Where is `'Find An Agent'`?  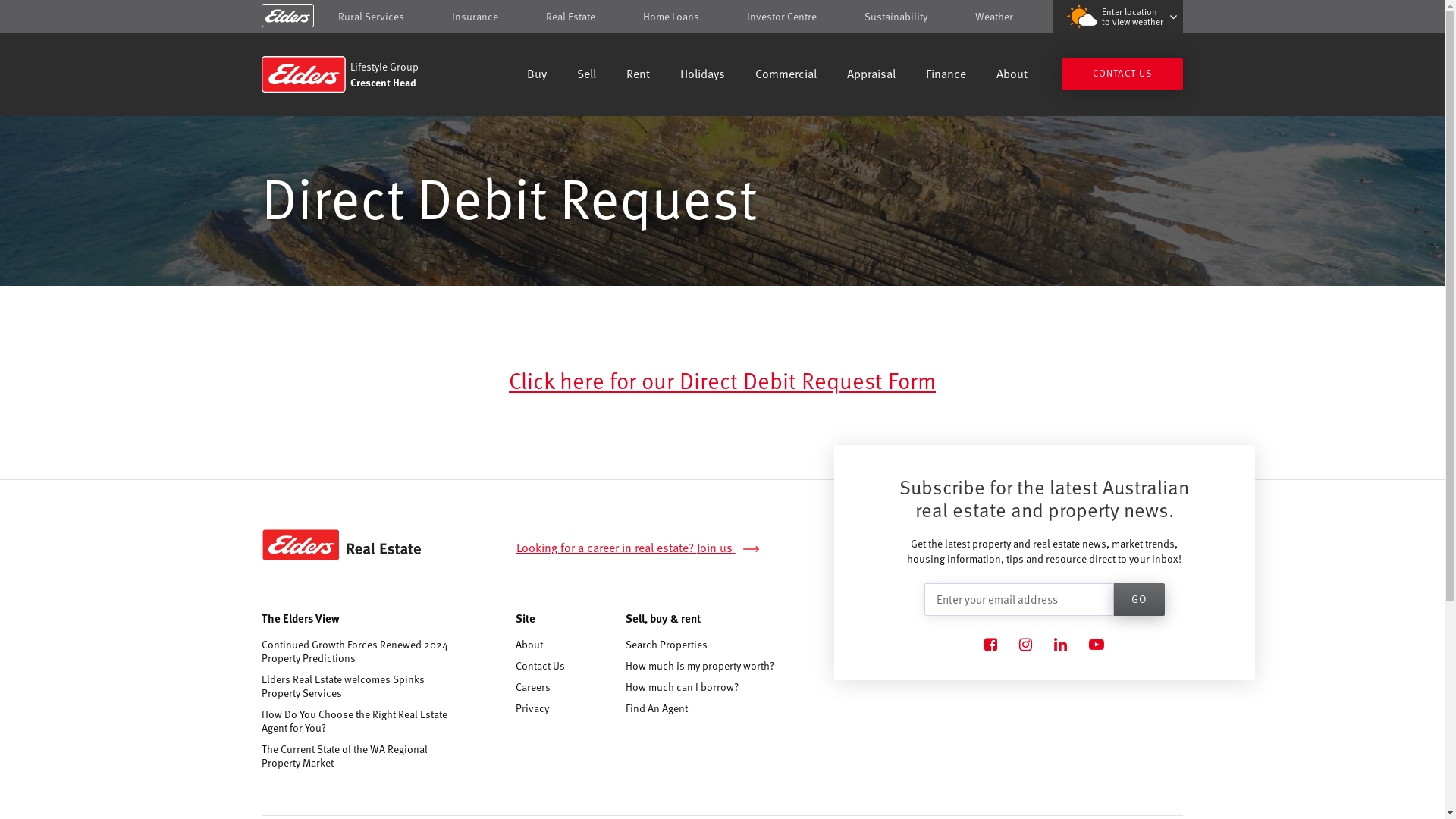
'Find An Agent' is located at coordinates (656, 708).